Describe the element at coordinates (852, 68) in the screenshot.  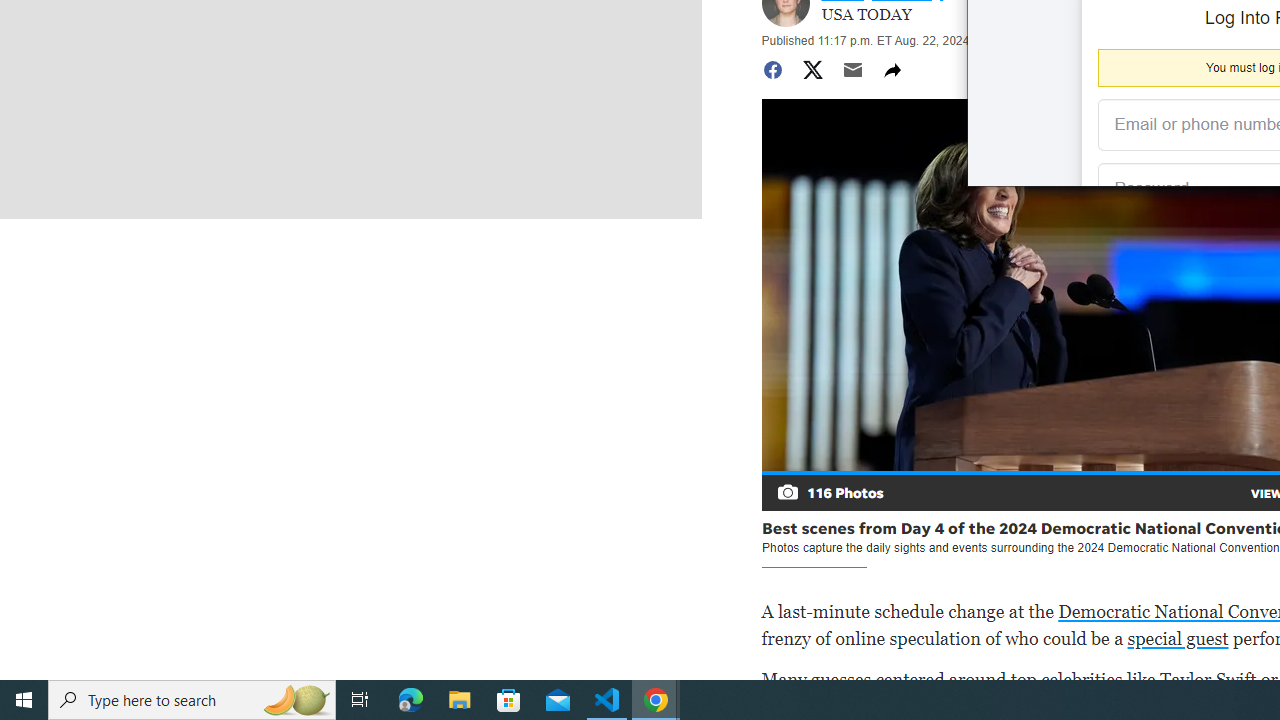
I see `'Share by email'` at that location.